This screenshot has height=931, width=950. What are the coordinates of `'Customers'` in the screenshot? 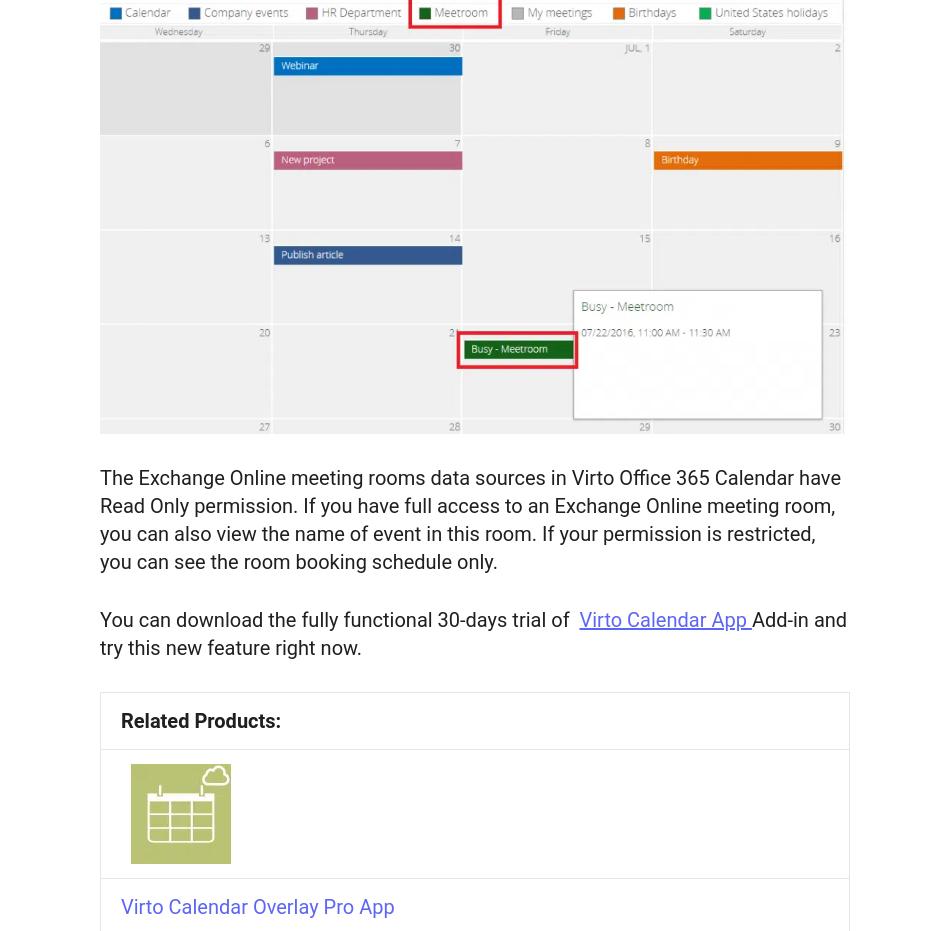 It's located at (95, 384).